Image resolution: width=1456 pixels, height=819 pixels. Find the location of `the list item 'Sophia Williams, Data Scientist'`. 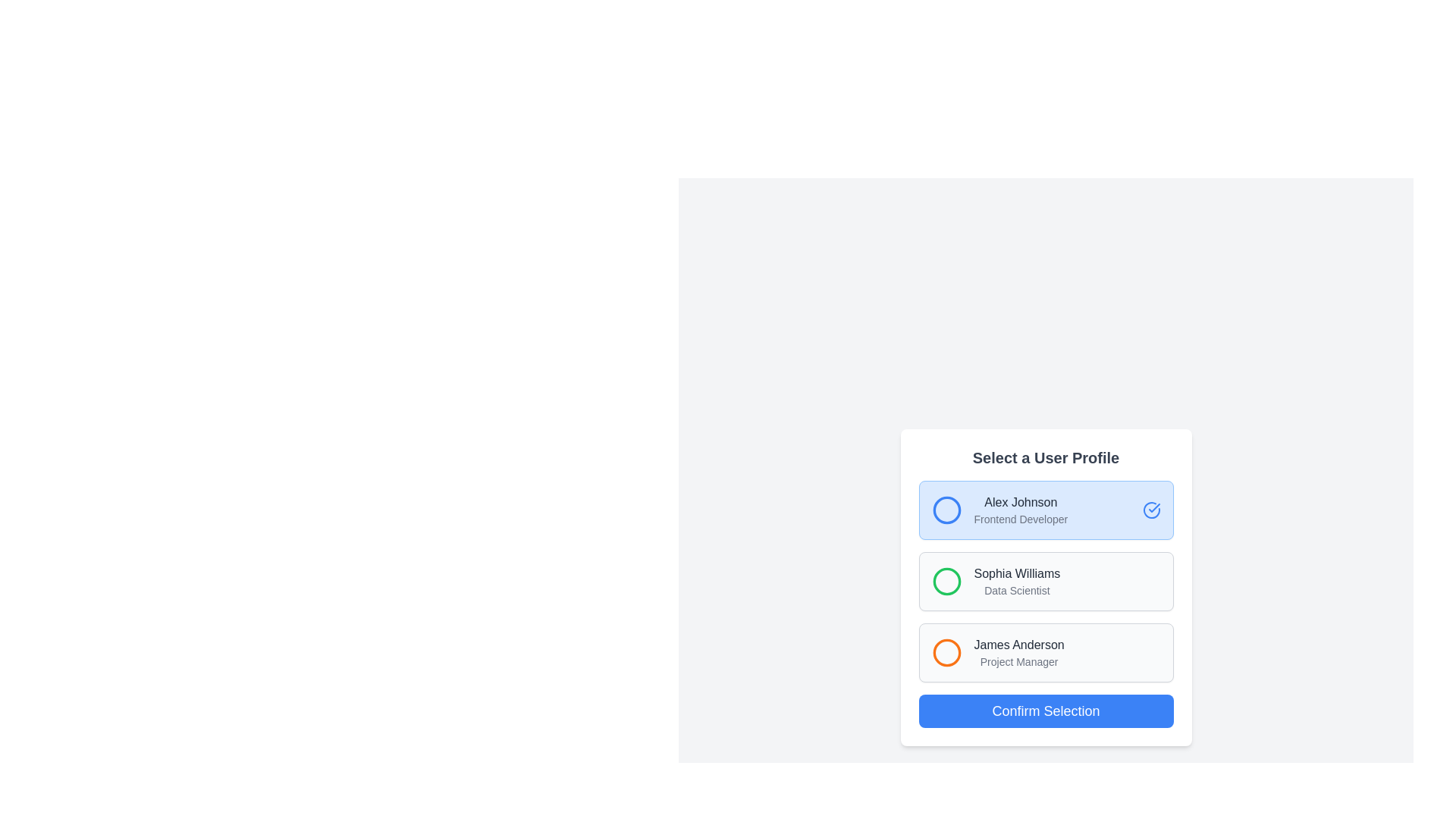

the list item 'Sophia Williams, Data Scientist' is located at coordinates (1017, 581).